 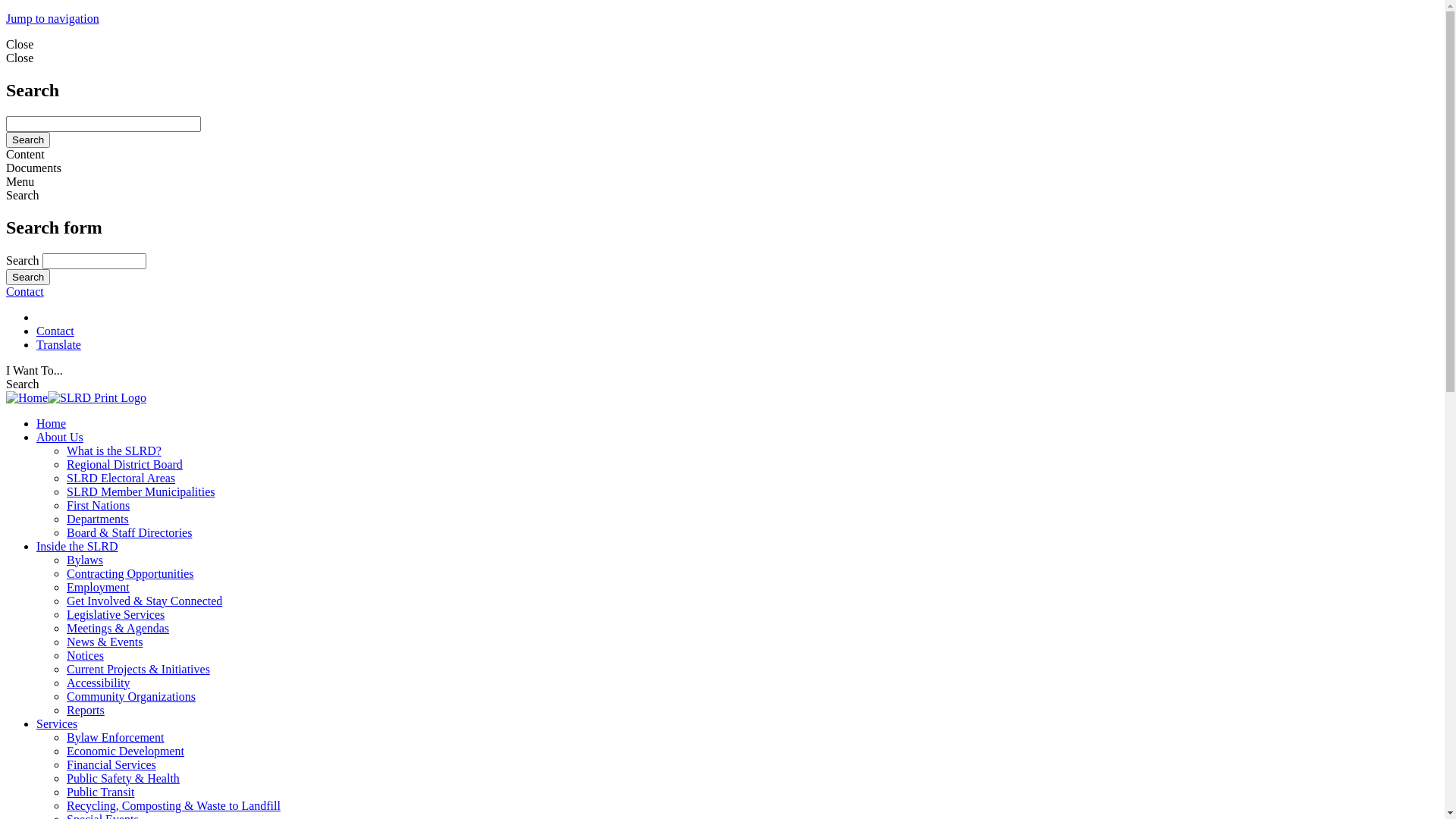 I want to click on 'Home', so click(x=51, y=423).